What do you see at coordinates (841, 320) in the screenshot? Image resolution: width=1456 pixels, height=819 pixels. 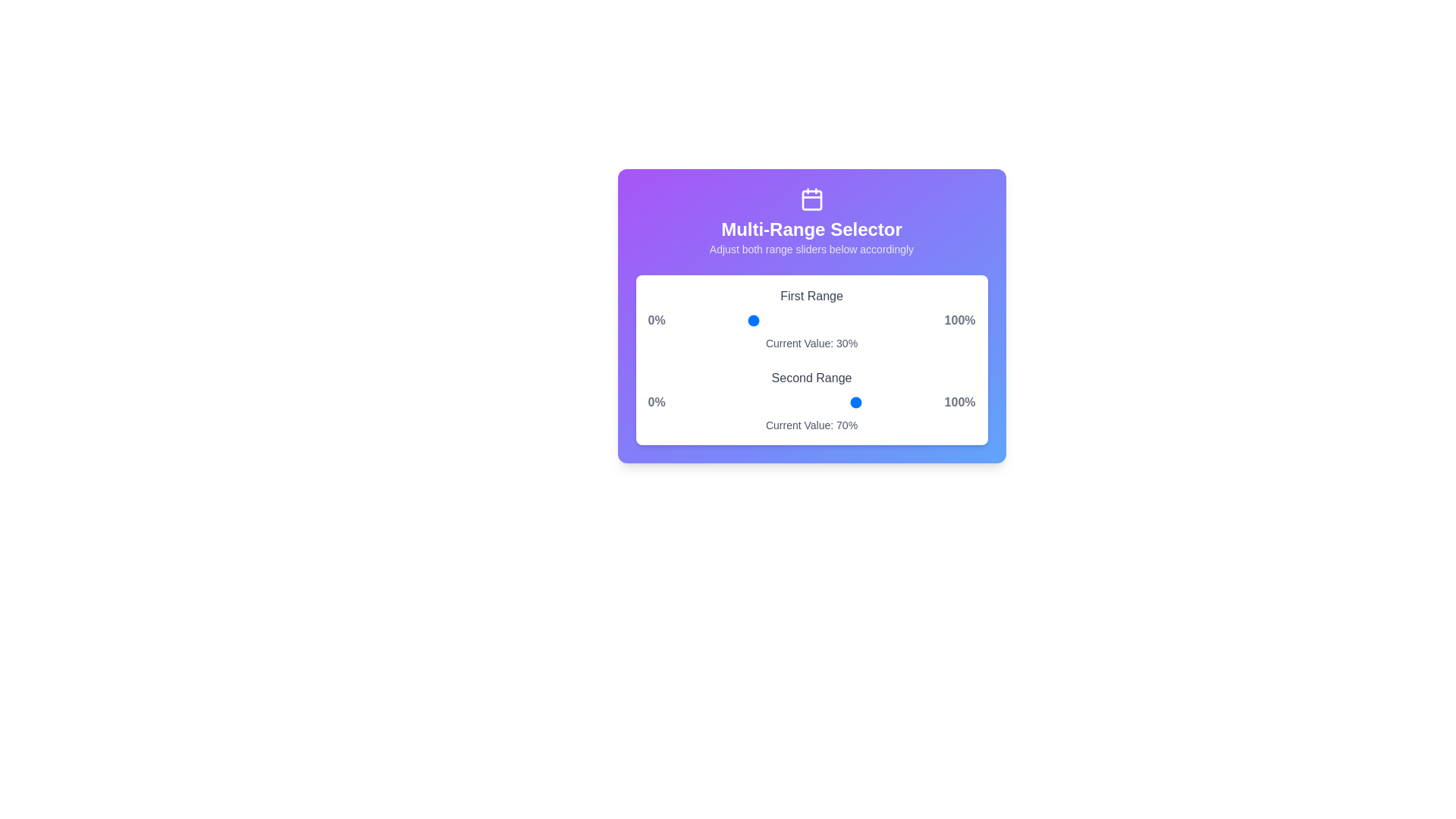 I see `the slider value` at bounding box center [841, 320].